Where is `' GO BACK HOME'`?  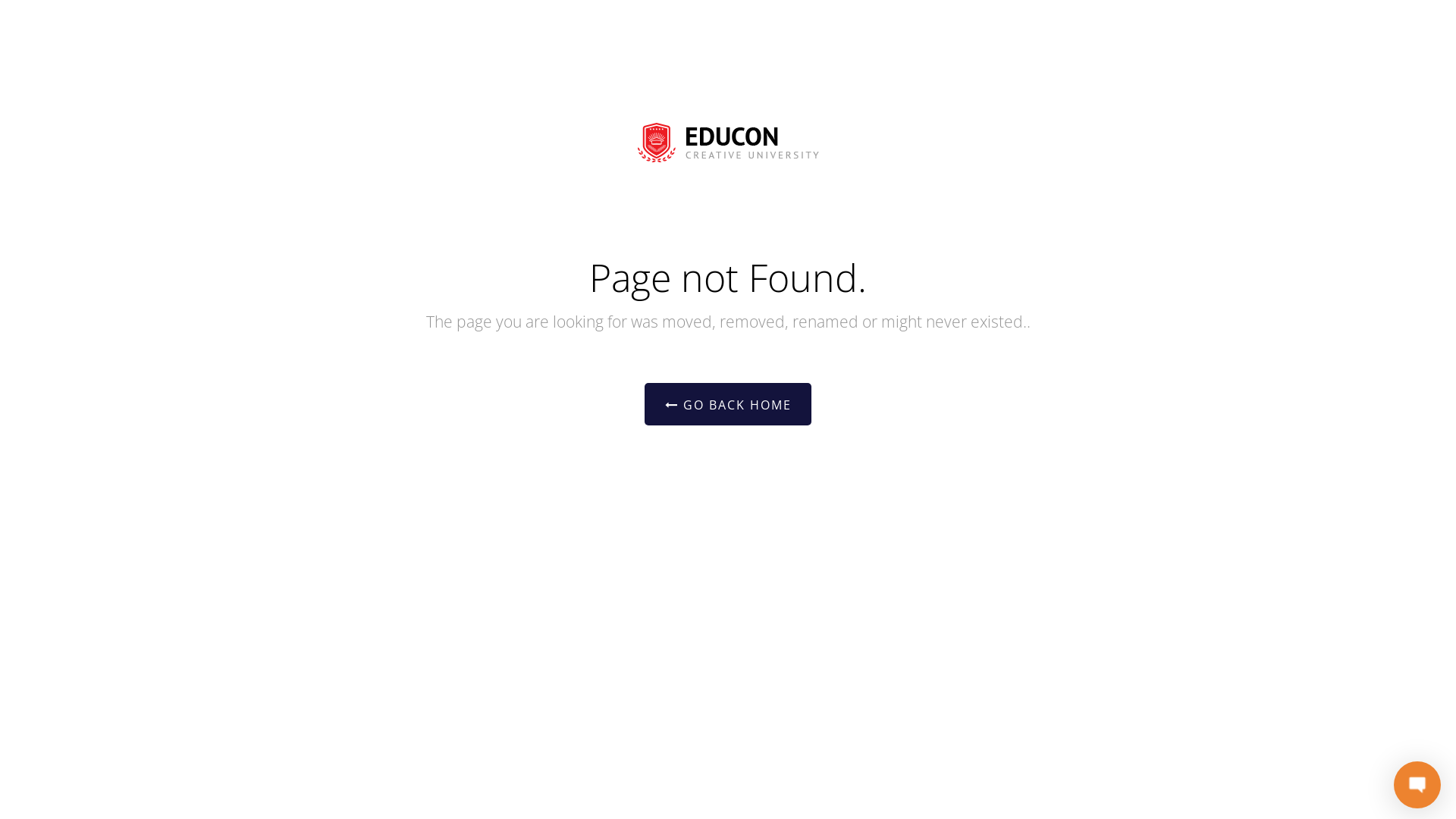
' GO BACK HOME' is located at coordinates (728, 403).